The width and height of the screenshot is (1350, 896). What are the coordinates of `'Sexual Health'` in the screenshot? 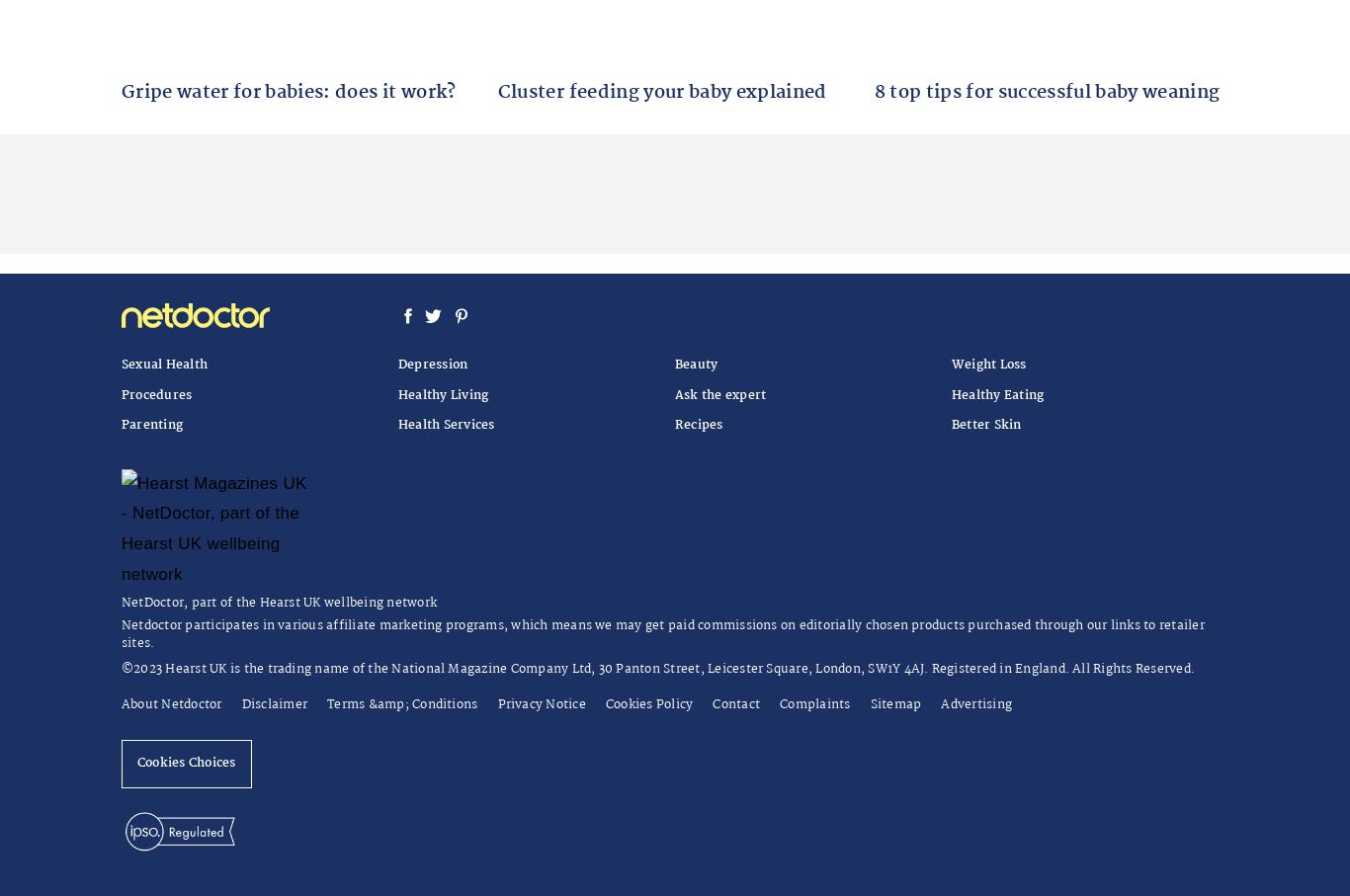 It's located at (163, 363).